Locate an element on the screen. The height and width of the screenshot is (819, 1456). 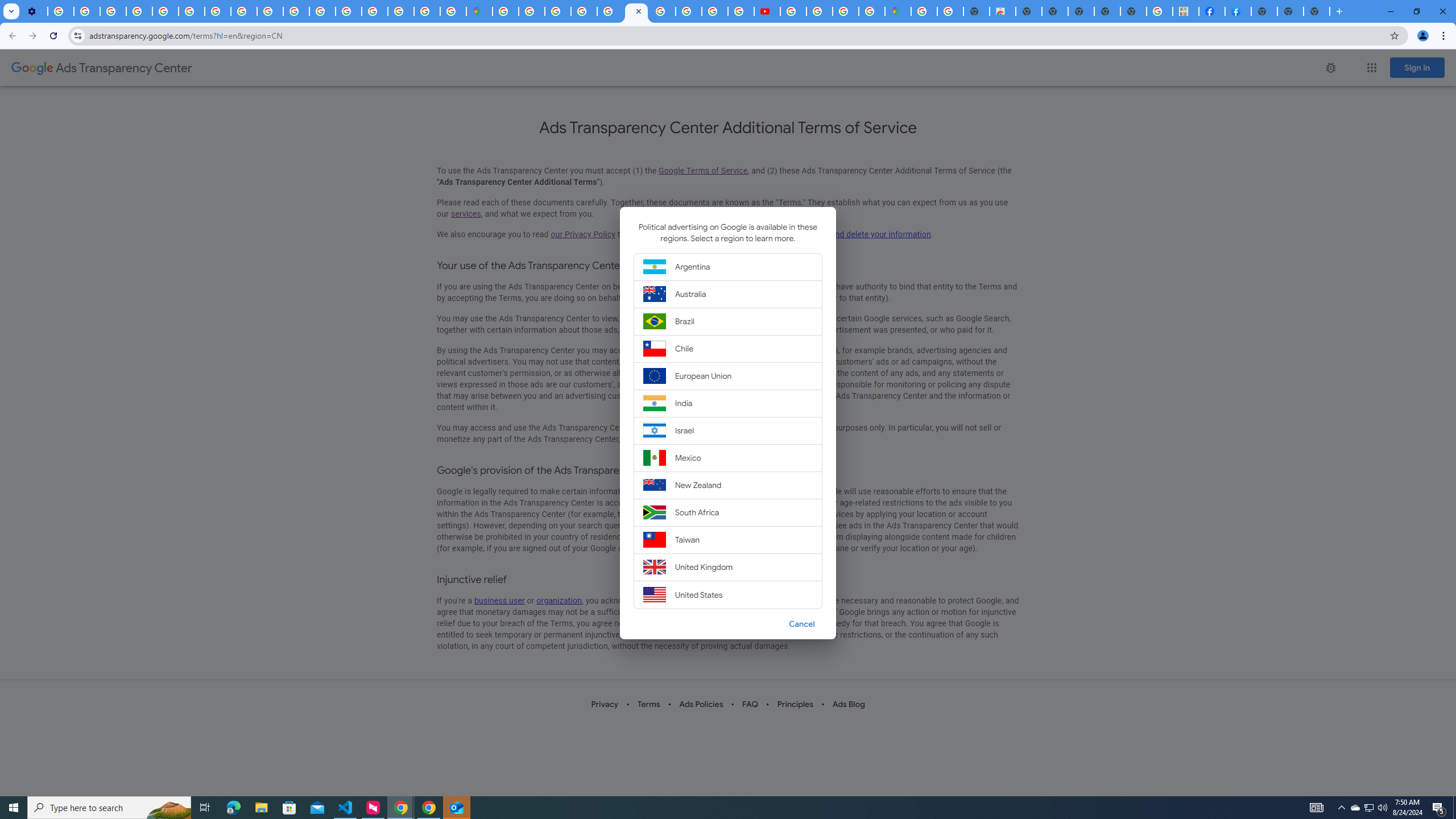
'Go to Ads Transparency Center home page.' is located at coordinates (102, 68).